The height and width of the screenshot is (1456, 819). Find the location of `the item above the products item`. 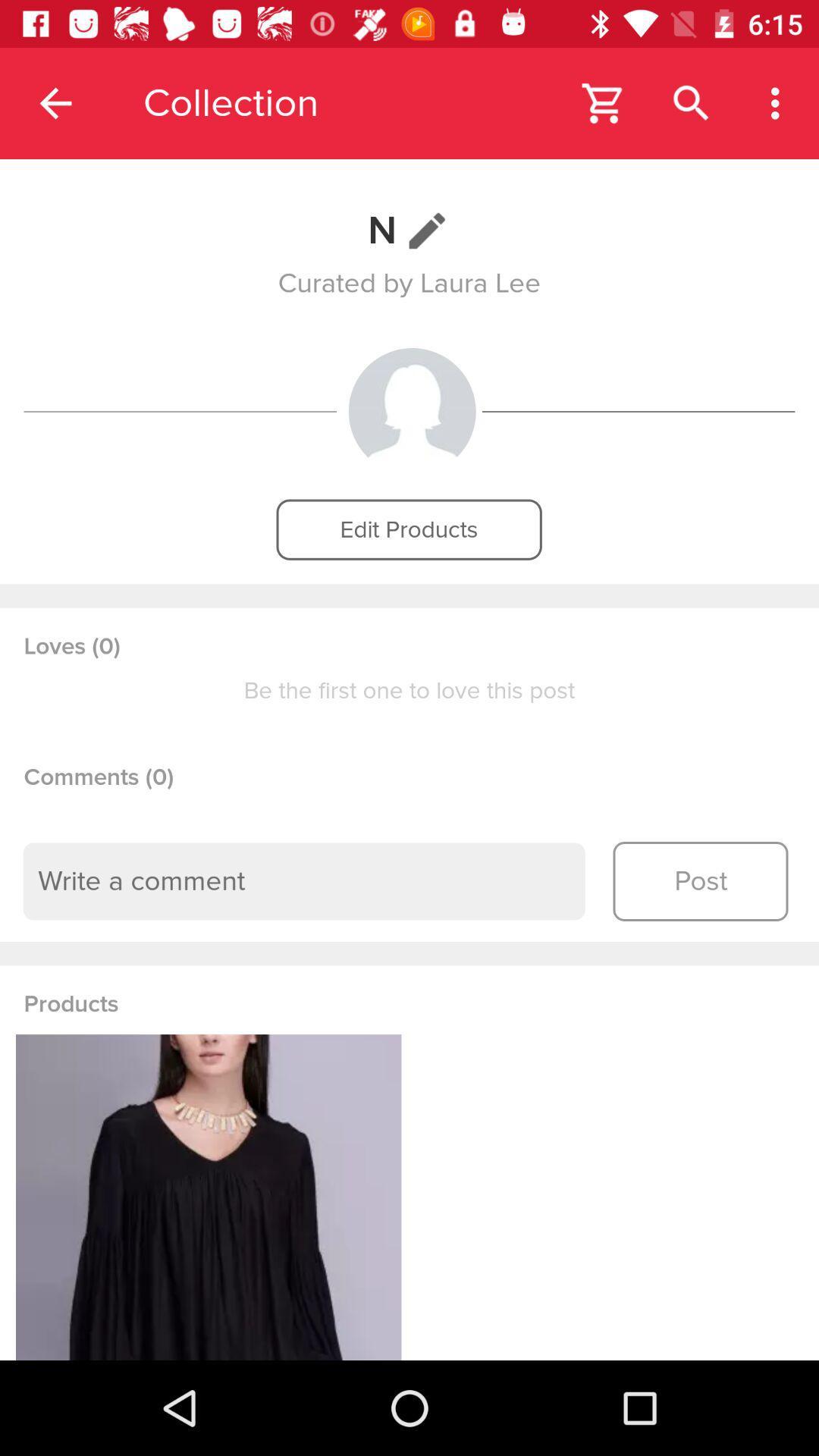

the item above the products item is located at coordinates (304, 881).